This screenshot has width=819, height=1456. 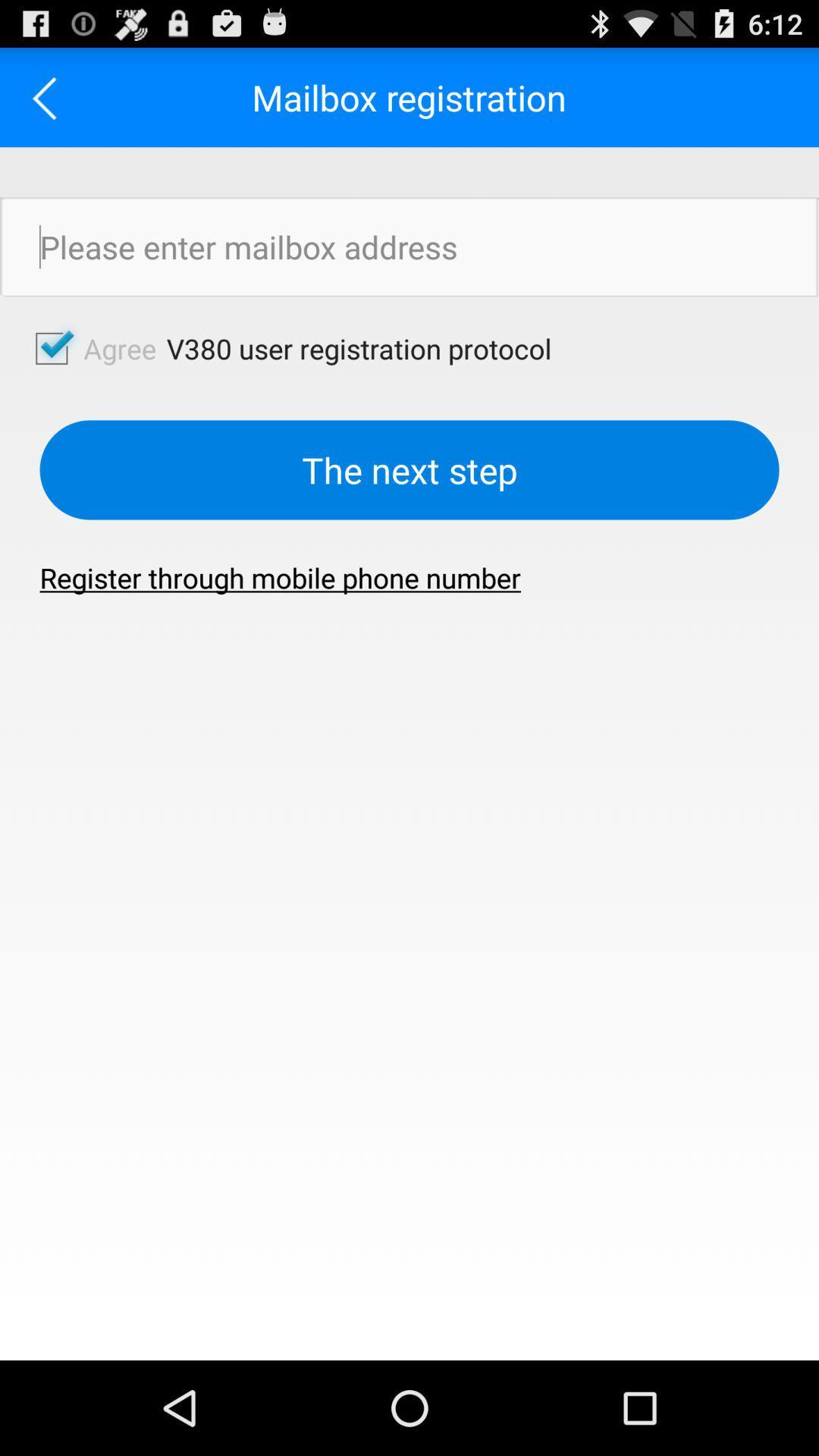 What do you see at coordinates (51, 347) in the screenshot?
I see `agree to protocol` at bounding box center [51, 347].